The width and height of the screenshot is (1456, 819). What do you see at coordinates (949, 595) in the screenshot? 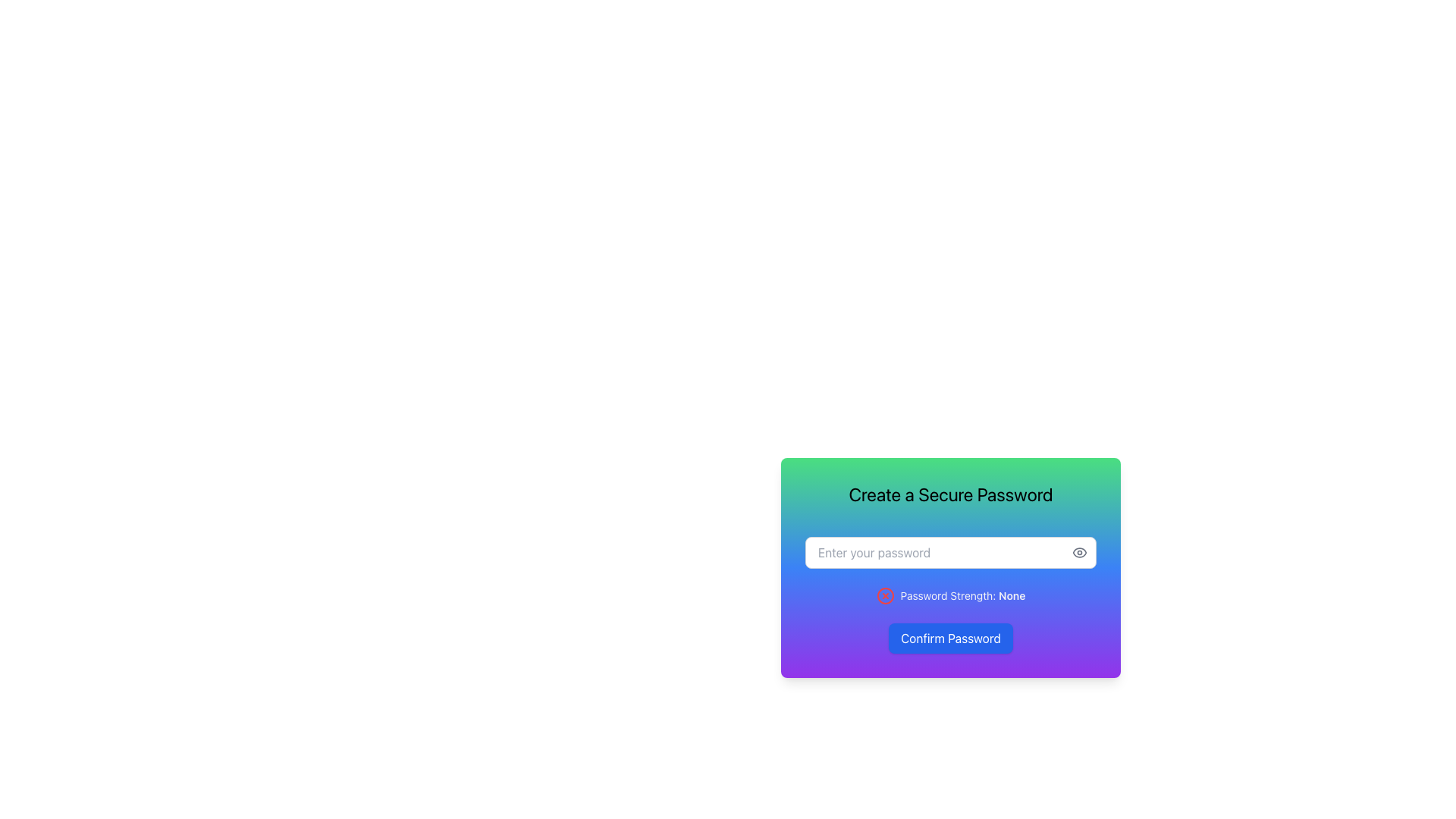
I see `the static informational text displaying 'Password Strength: None' with a red icon indicating low strength, located beneath the password input field and above the 'Confirm Password' button` at bounding box center [949, 595].